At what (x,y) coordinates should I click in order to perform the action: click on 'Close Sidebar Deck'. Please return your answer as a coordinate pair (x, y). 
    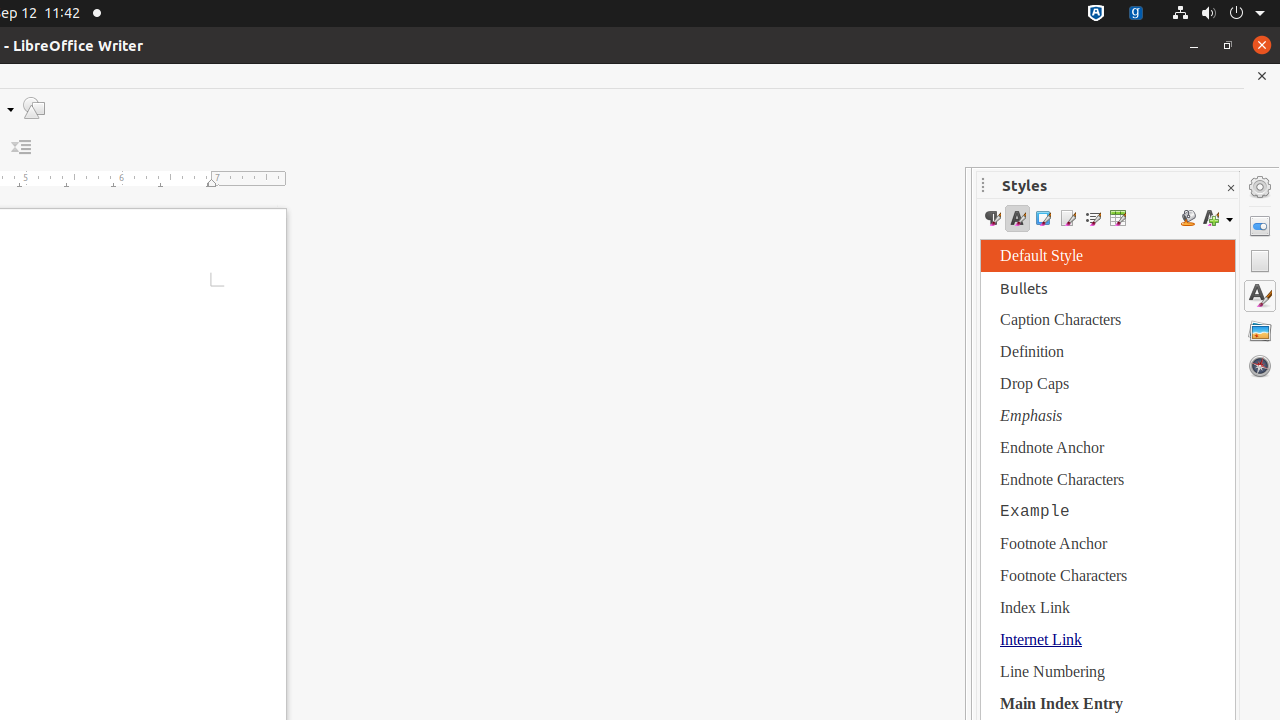
    Looking at the image, I should click on (1229, 188).